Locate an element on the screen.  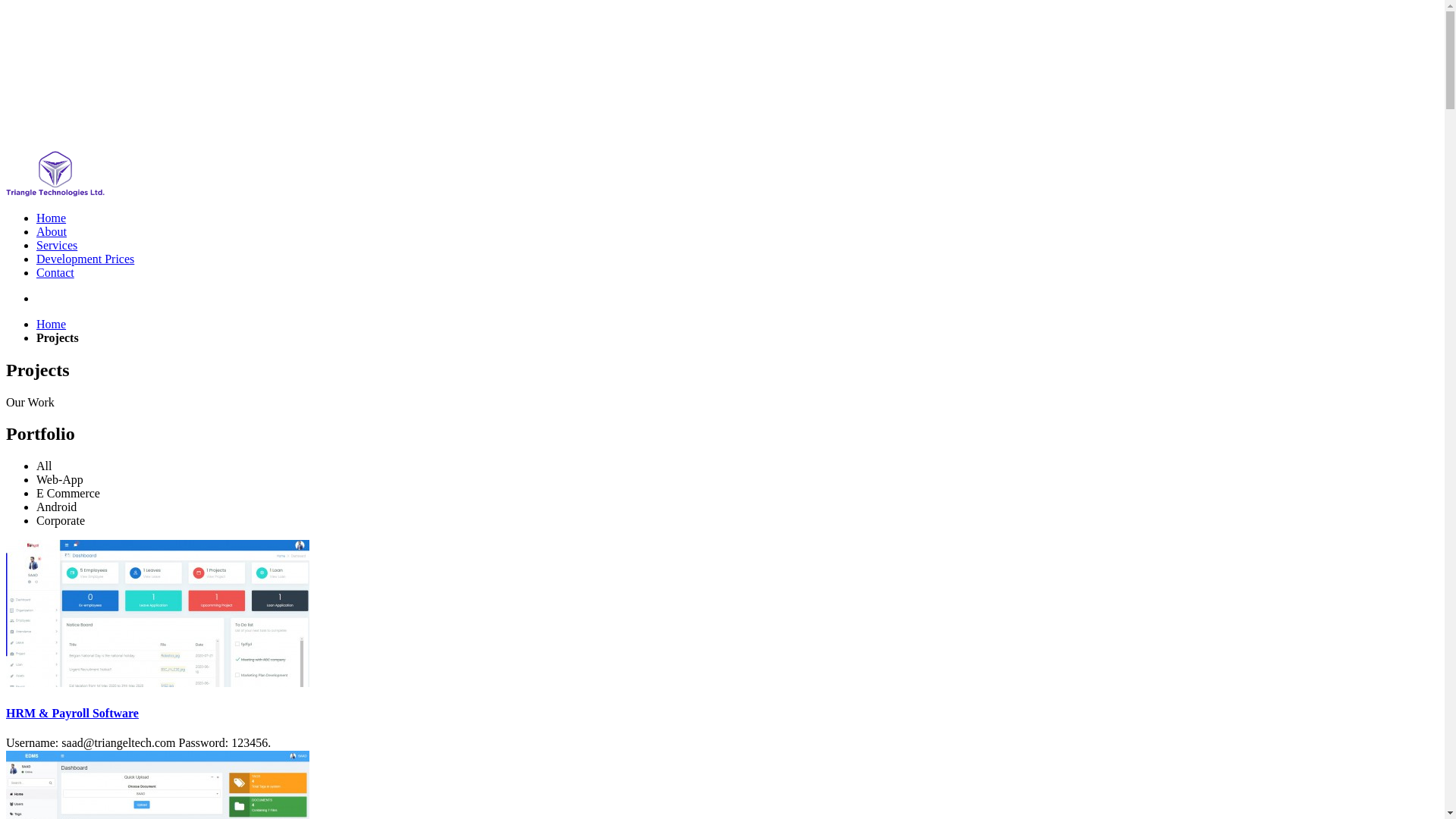
'Contact' is located at coordinates (55, 271).